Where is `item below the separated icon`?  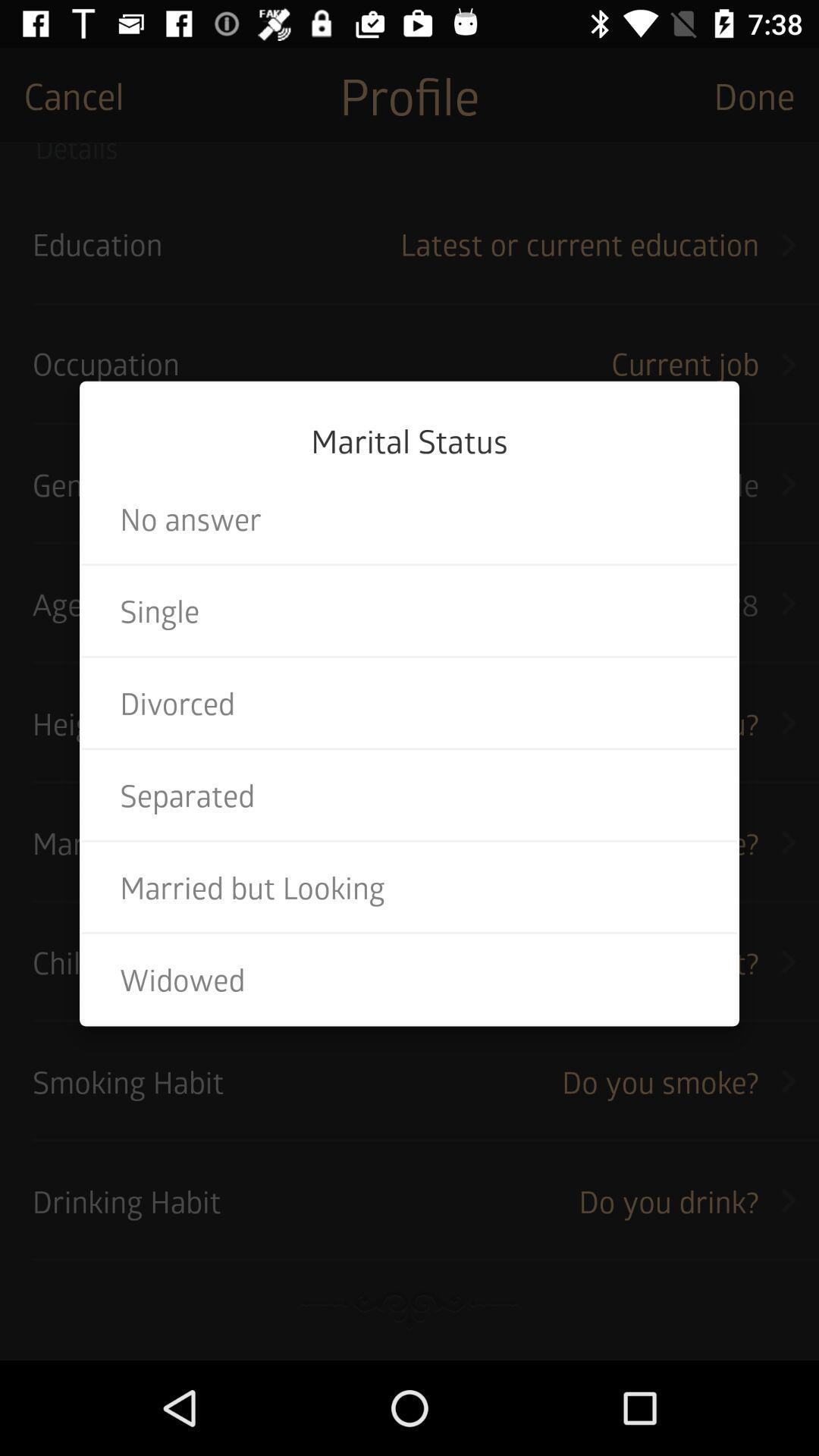
item below the separated icon is located at coordinates (409, 887).